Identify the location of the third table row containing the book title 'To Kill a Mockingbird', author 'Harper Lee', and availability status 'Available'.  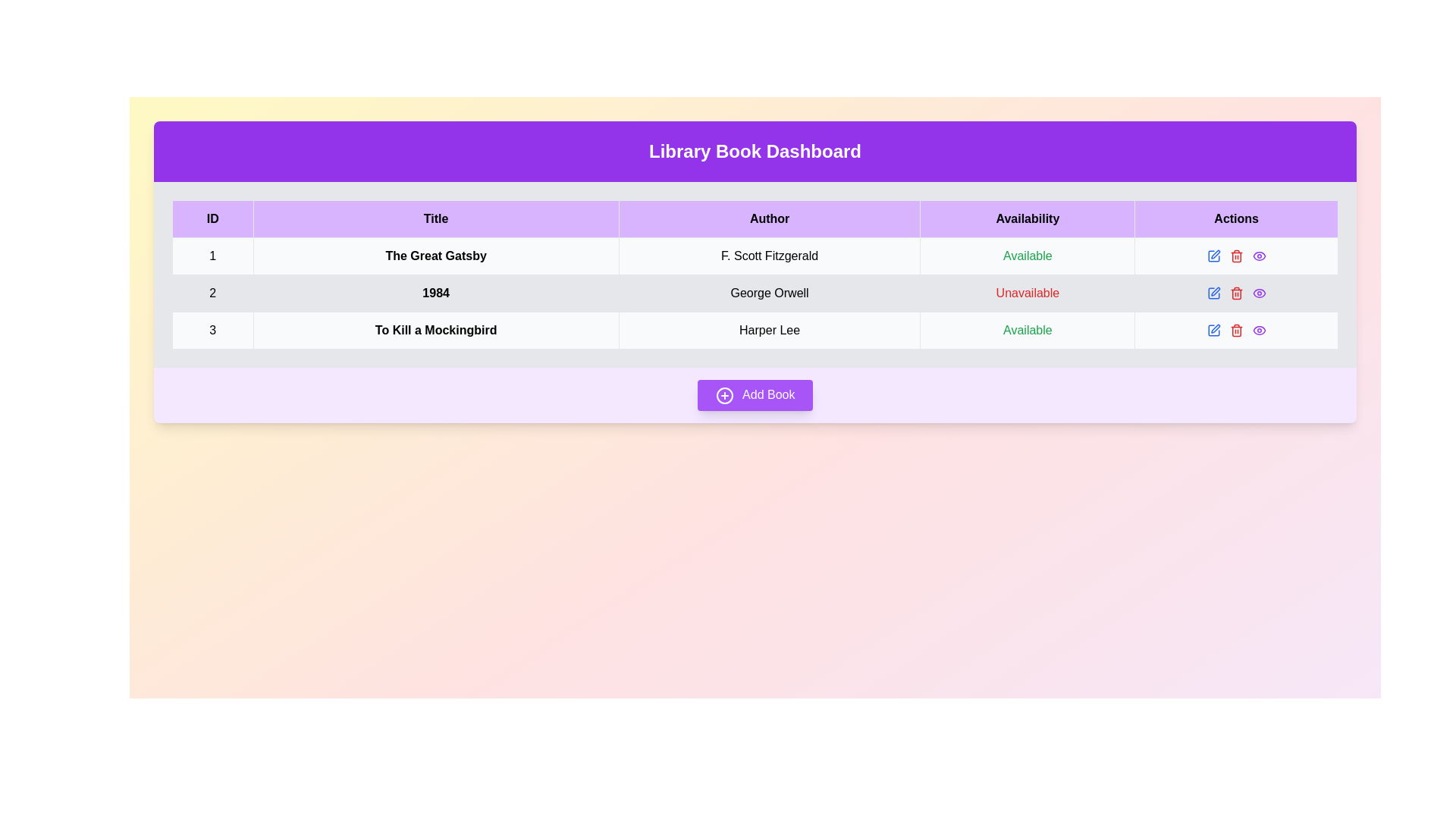
(755, 329).